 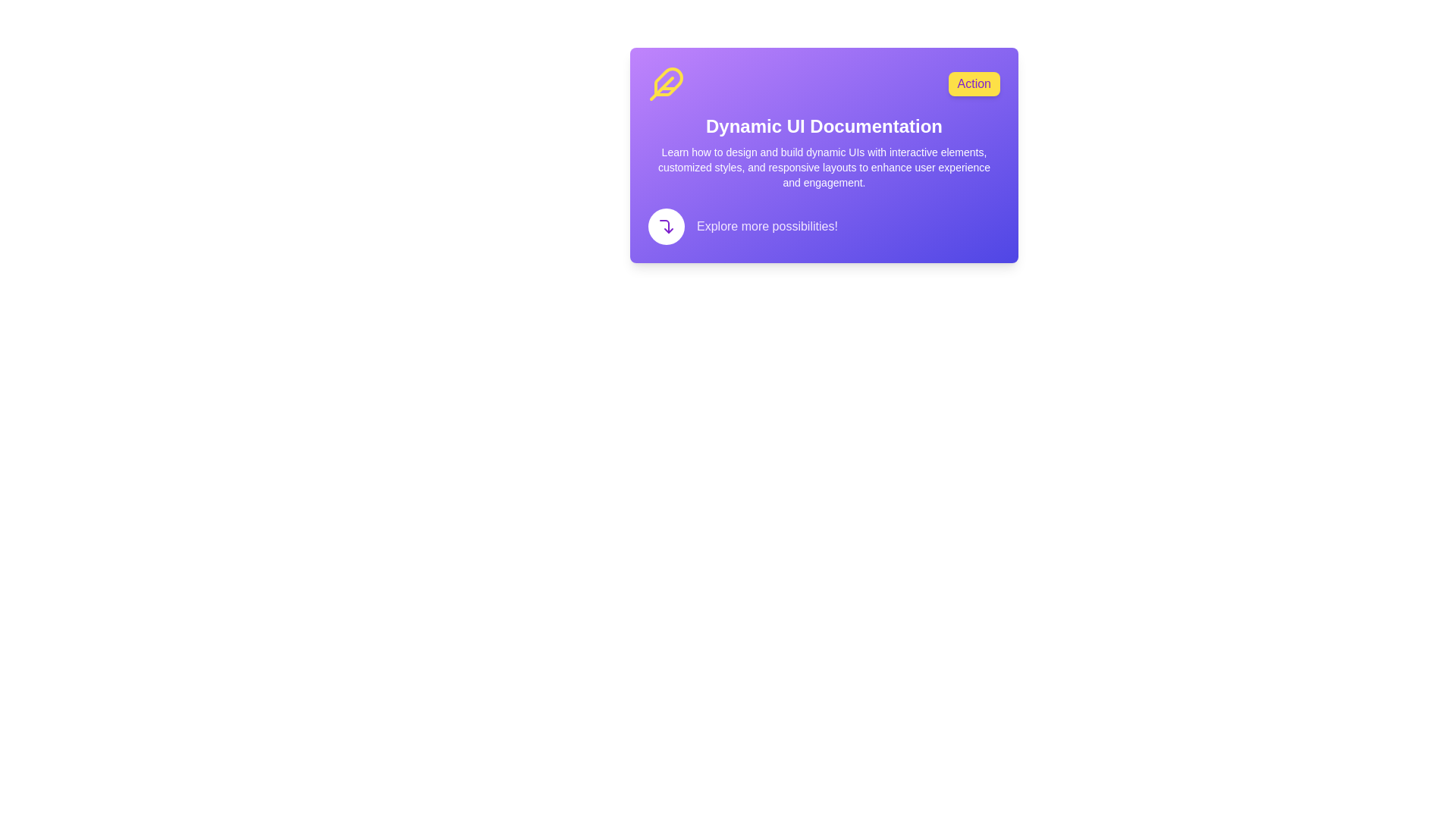 I want to click on the instructional text element that provides information about designing dynamic user interfaces, located below the main title 'Dynamic UI Documentation' and above 'Explore more possibilities!', so click(x=823, y=167).